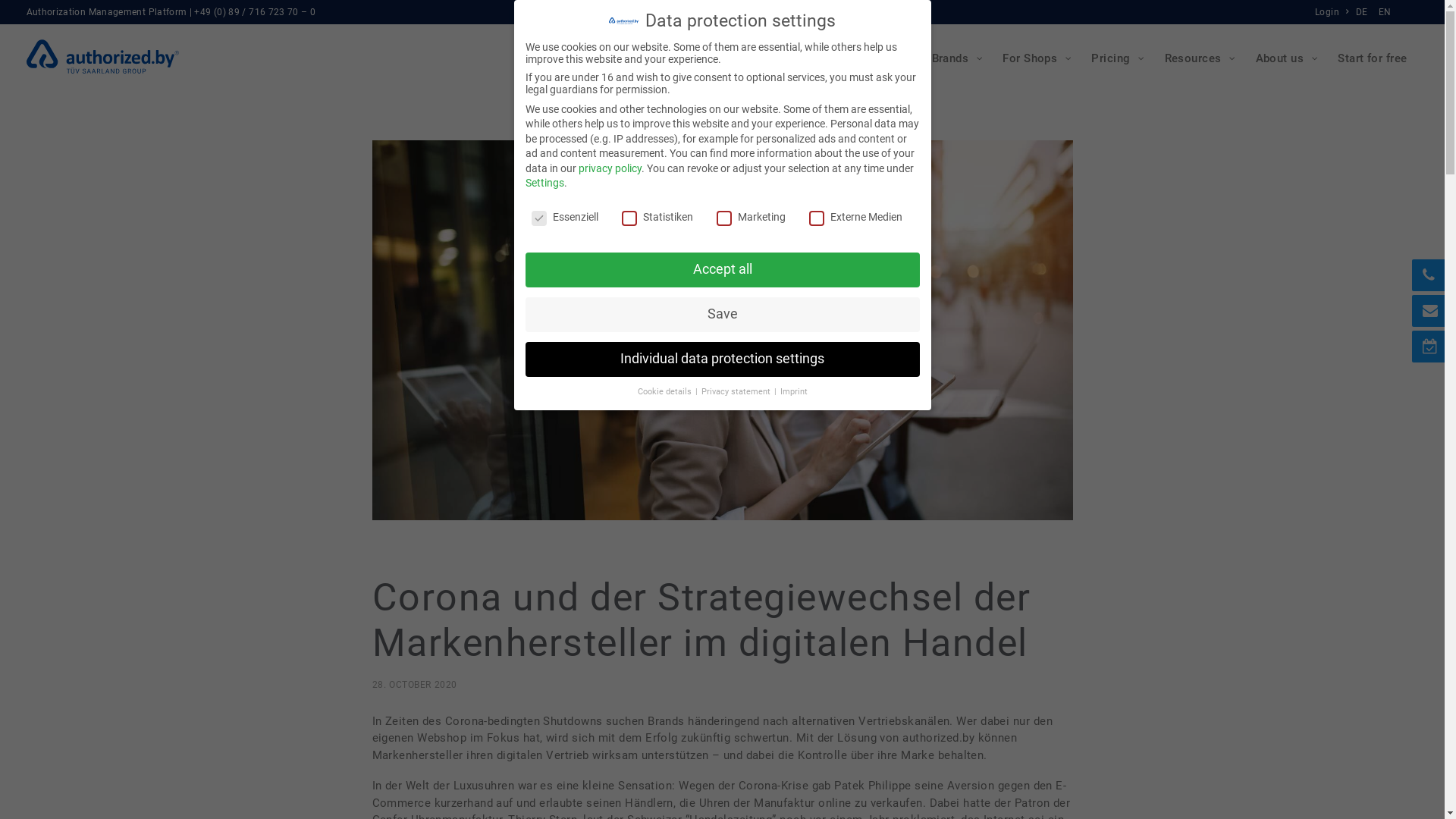  What do you see at coordinates (720, 268) in the screenshot?
I see `'Accept all'` at bounding box center [720, 268].